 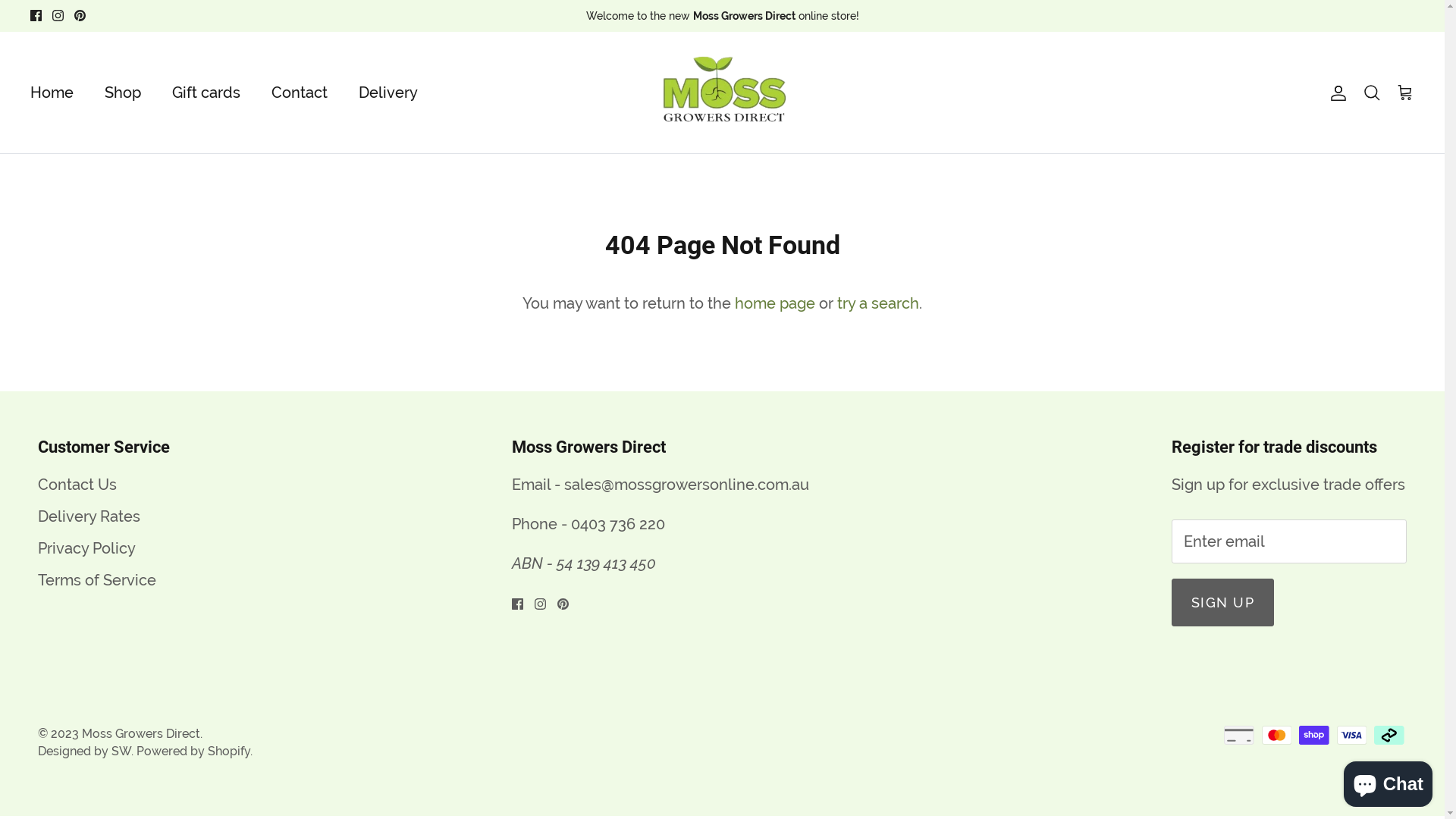 I want to click on 'Search', so click(x=1372, y=93).